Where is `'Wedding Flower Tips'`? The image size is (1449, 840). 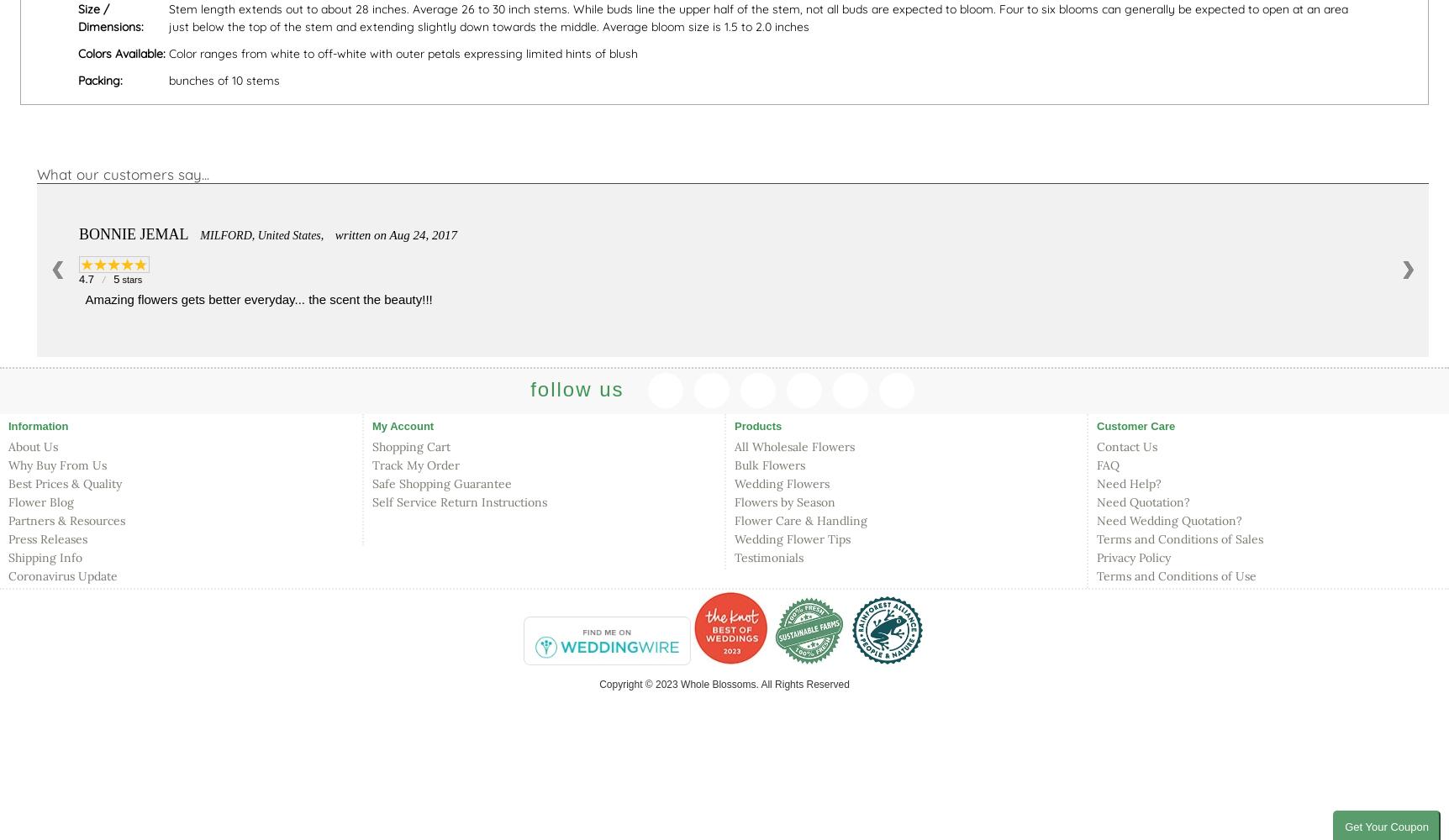 'Wedding Flower Tips' is located at coordinates (792, 539).